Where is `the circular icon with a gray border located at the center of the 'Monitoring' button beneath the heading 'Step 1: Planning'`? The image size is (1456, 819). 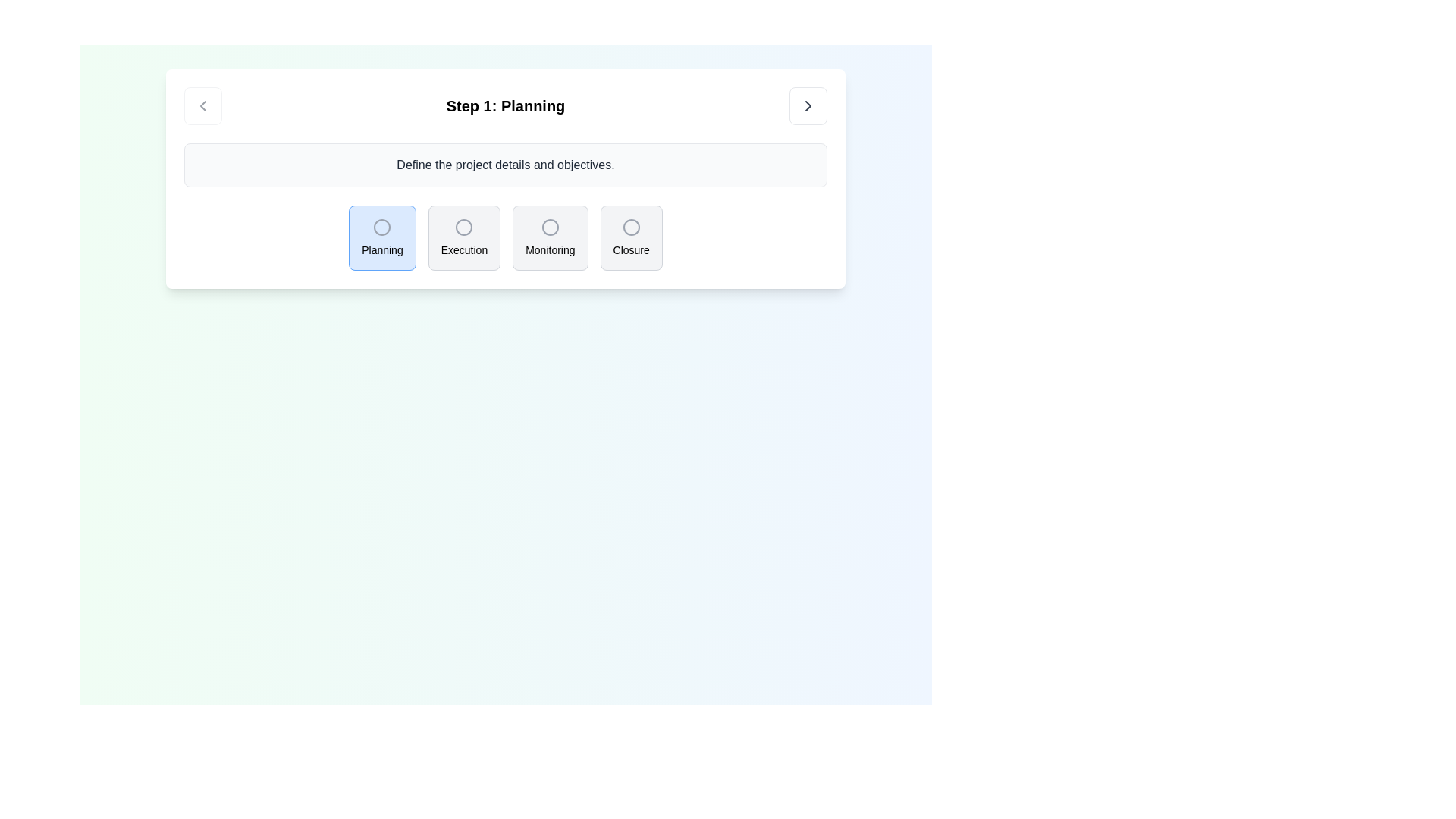 the circular icon with a gray border located at the center of the 'Monitoring' button beneath the heading 'Step 1: Planning' is located at coordinates (549, 227).